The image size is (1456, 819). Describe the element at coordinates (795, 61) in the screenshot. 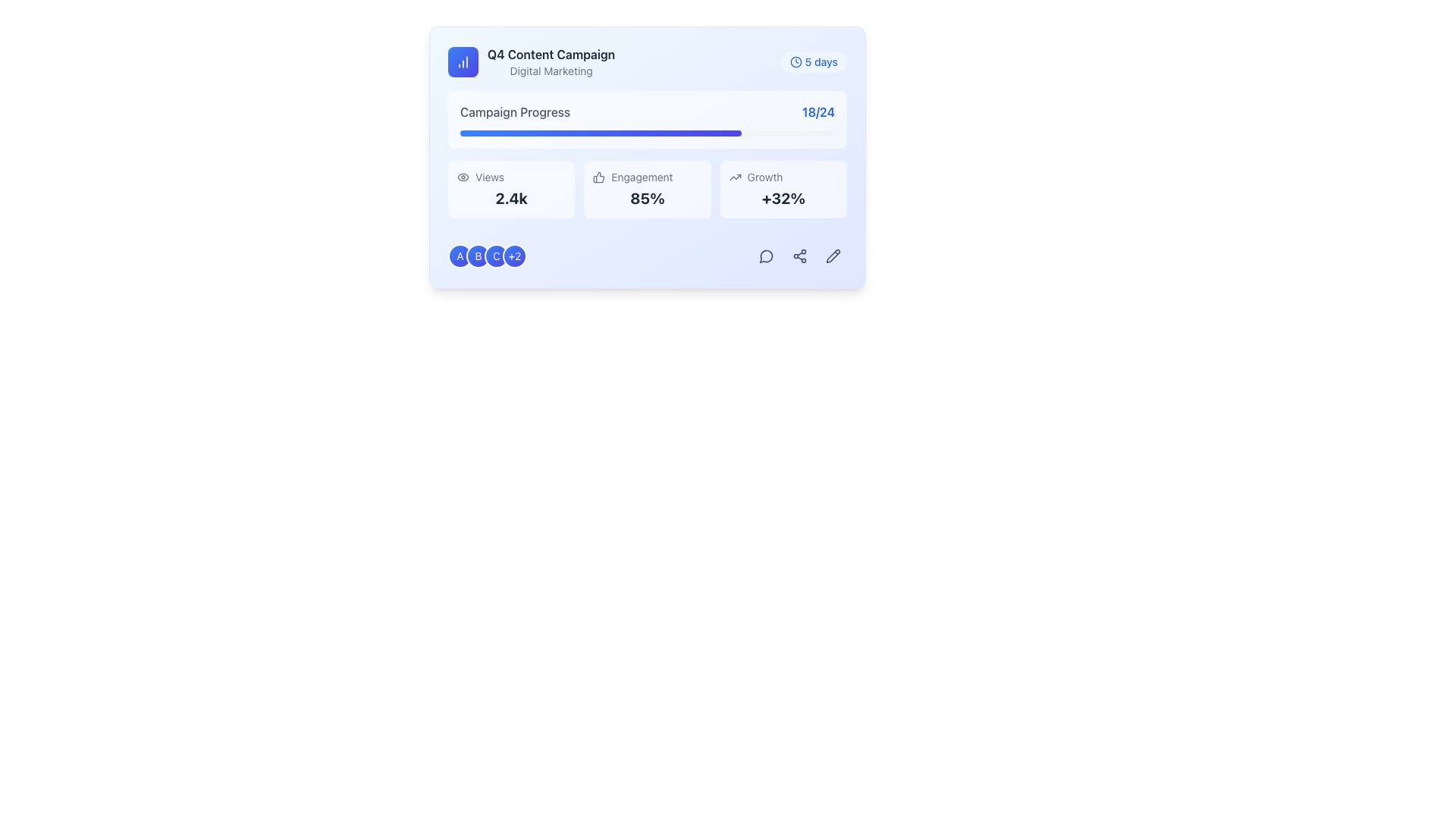

I see `outer circular boundary of the clock icon at the top-right corner of the 'Q4 Content Campaign' card for styling` at that location.